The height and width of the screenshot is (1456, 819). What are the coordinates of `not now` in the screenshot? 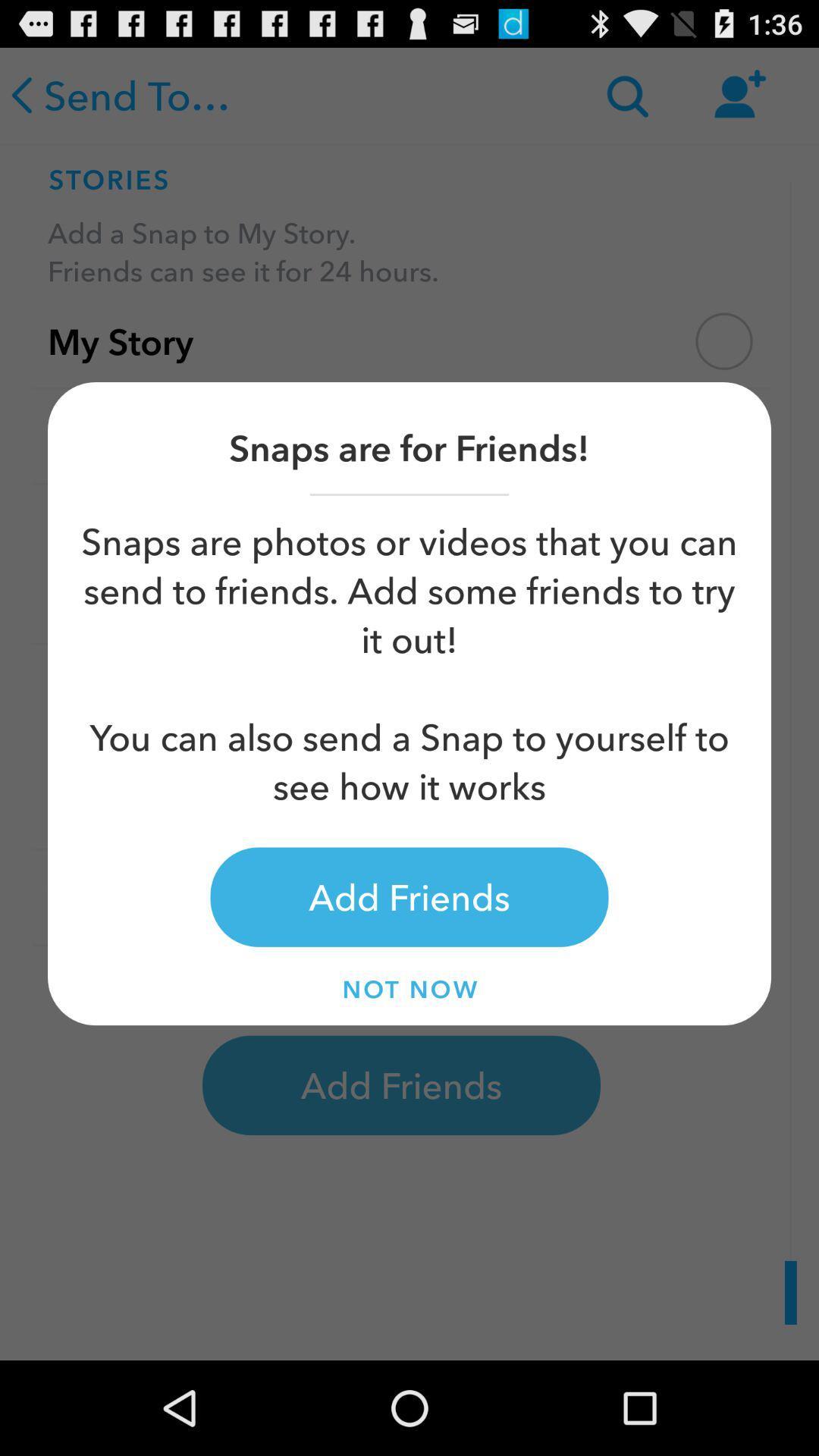 It's located at (409, 989).